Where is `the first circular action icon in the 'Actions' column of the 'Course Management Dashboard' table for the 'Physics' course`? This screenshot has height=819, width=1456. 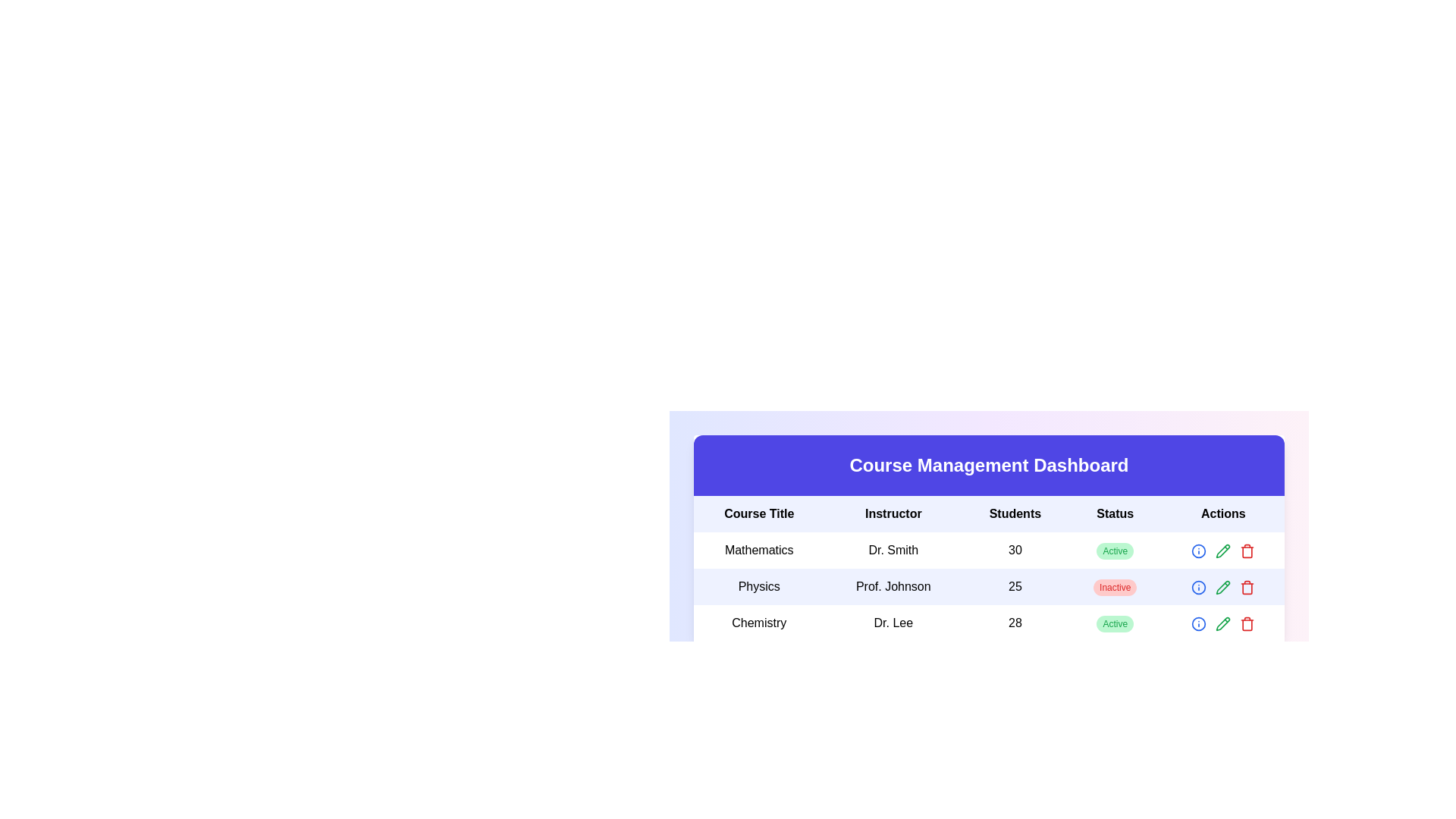
the first circular action icon in the 'Actions' column of the 'Course Management Dashboard' table for the 'Physics' course is located at coordinates (1198, 586).